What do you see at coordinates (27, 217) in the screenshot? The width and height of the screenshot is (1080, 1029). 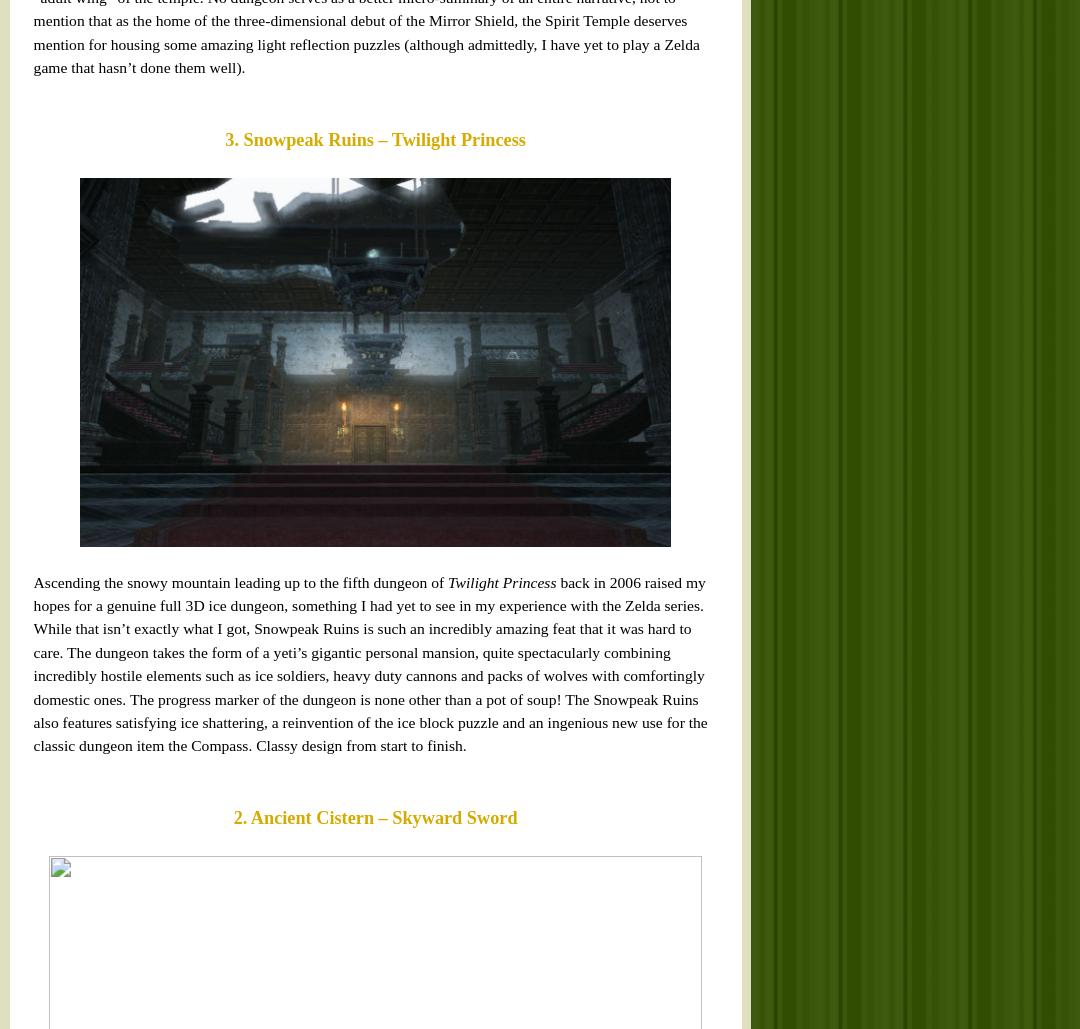 I see `'simply oozes atmosphere from every crevice of its fantastical sprawling layout. Much like the Snowpeak Ruins, the City in the Sky doubles as the dwelling place for a fantasy race, in this case the unsettling chicken-ghoul hybrids the Oocca. After getting shot into the sky by a giant cannon, you land in a pool of water at the end of a catwalk leading to an incredibly majestic hall with tiles that fall away beneath your feet. You cannot ever trust the floor, but with a Clawshot on each arm, why would you need to? Overgrown vines weave their way across great stone structures that have withstood centuries of gales so strong they will blow you away without the Iron Boots equipped. Distant glimpses of the tyrannical dragon creature running the show hint at the bombastic finale to come. The whole experience feels like a playable Hayao Miyazaki film, and there really isn’t any higher compliment I can pay.'` at bounding box center [27, 217].